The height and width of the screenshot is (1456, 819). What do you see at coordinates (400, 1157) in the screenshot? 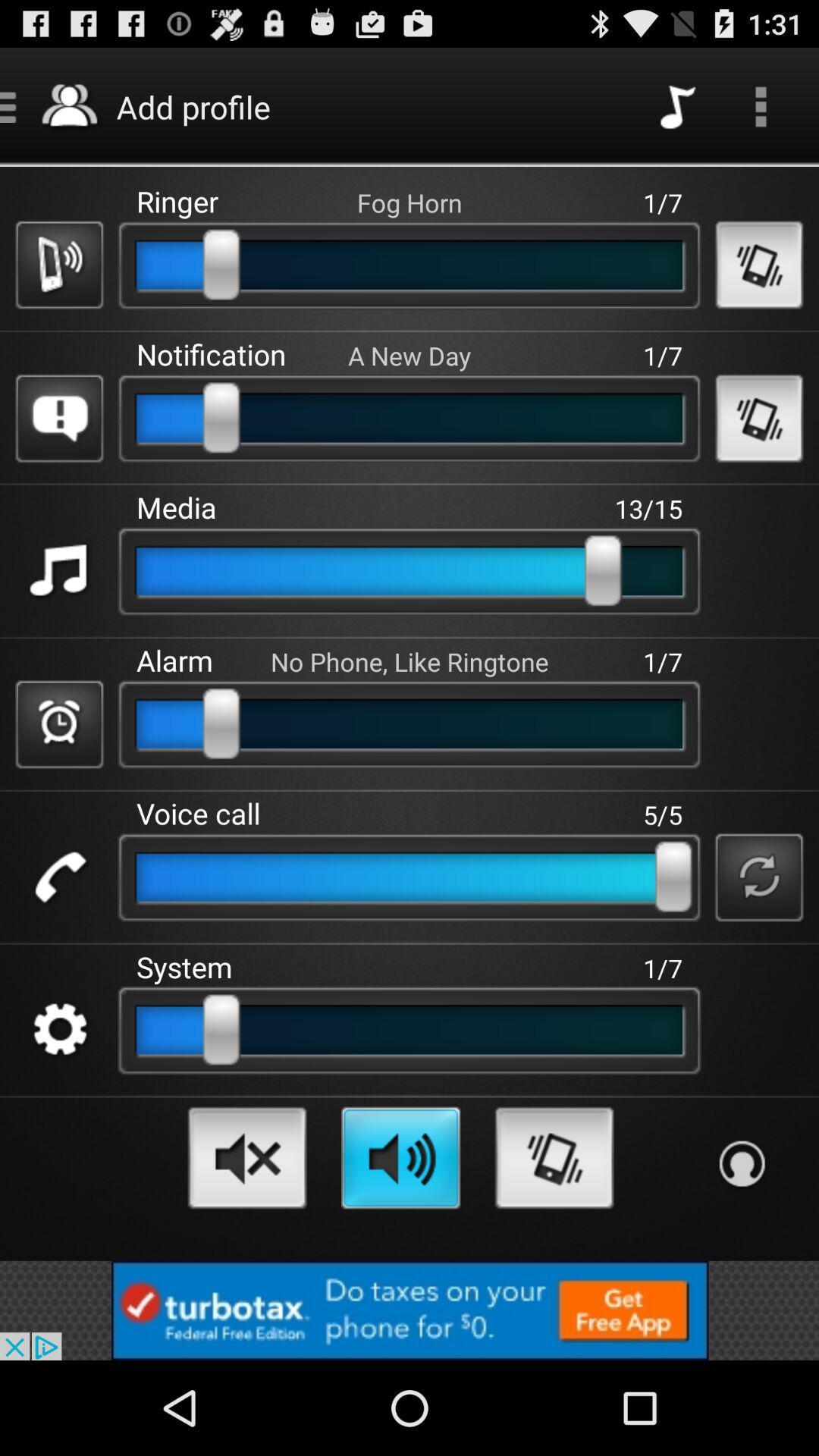
I see `volume button which is above do taxes on the page` at bounding box center [400, 1157].